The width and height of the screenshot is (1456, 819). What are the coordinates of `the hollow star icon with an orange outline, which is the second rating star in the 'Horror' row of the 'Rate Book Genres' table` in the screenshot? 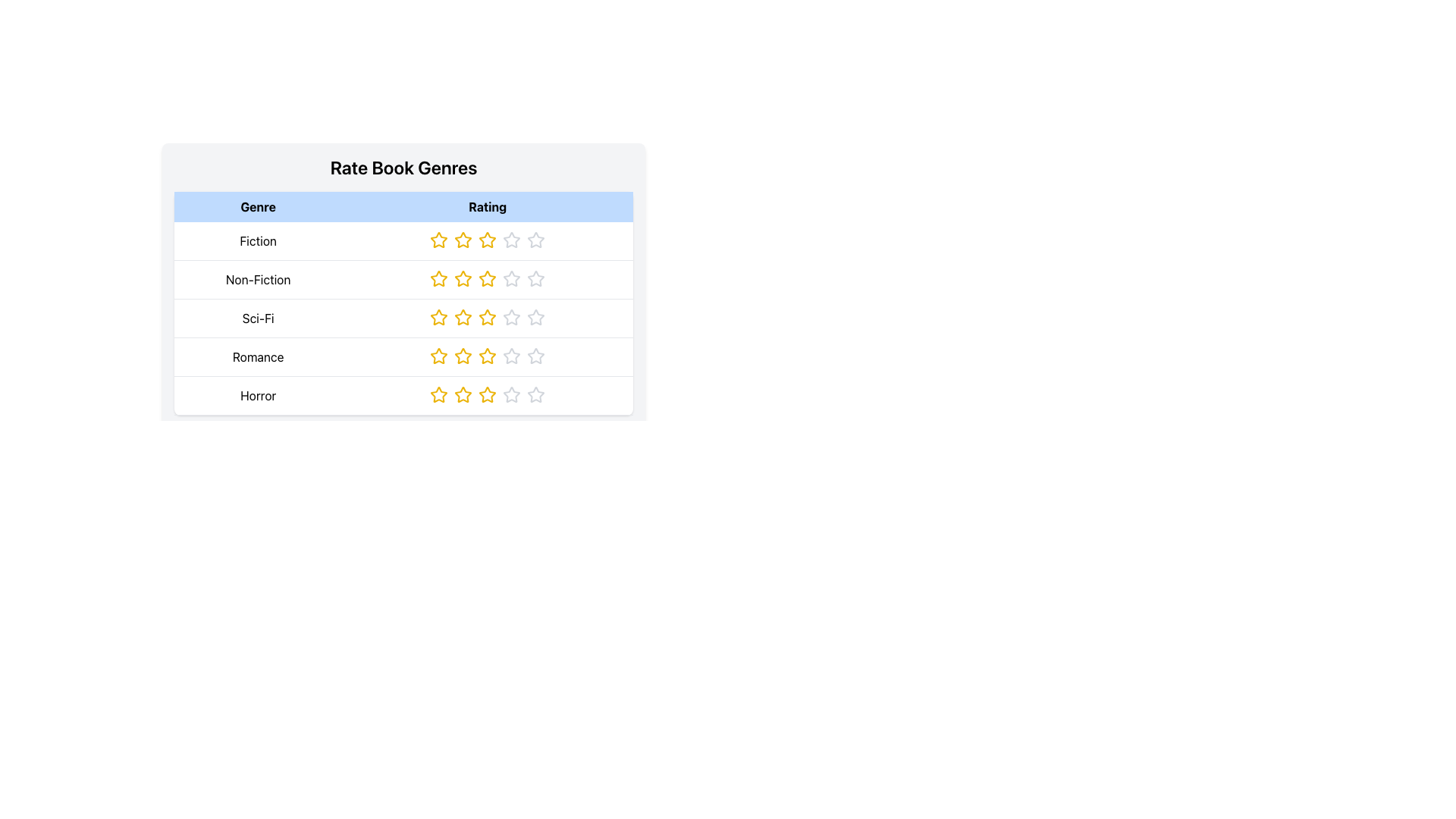 It's located at (463, 394).